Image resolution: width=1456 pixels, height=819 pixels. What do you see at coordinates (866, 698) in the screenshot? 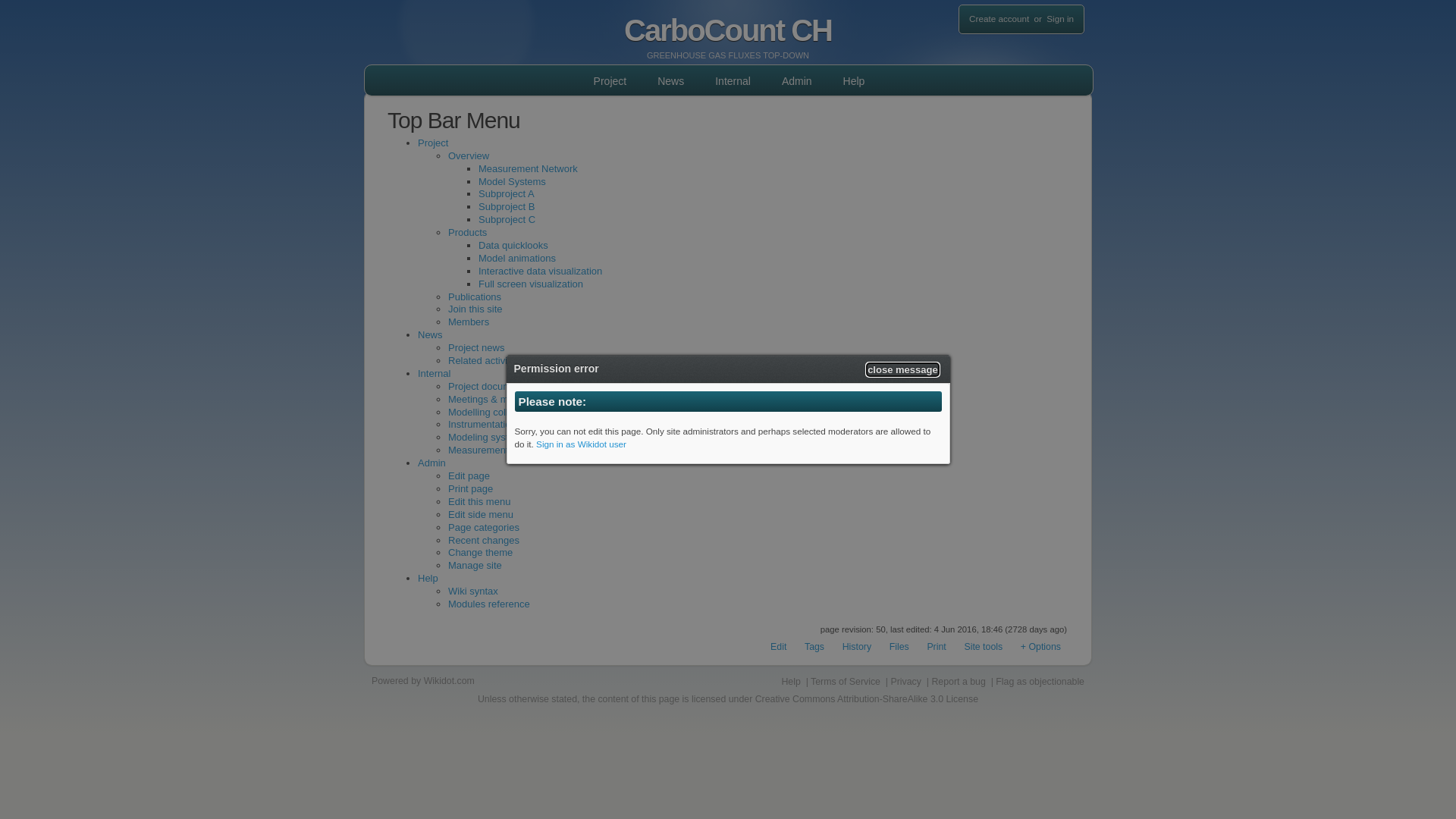
I see `'Creative Commons Attribution-ShareAlike 3.0 License'` at bounding box center [866, 698].